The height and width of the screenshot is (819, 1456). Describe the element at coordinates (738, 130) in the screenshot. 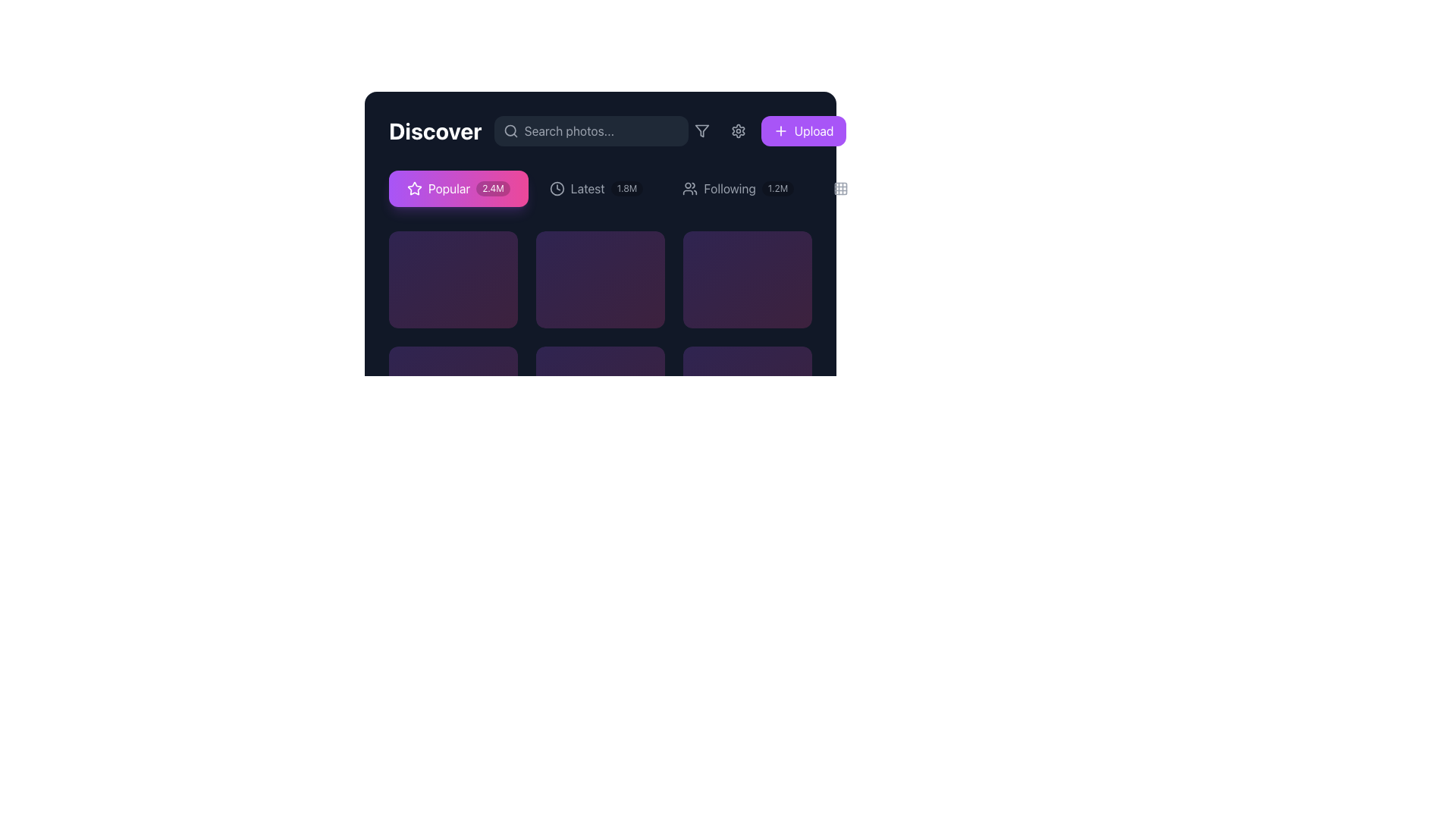

I see `the settings menu trigger button located towards the top-right corner of the interface, immediately to the left of the 'Upload' button` at that location.